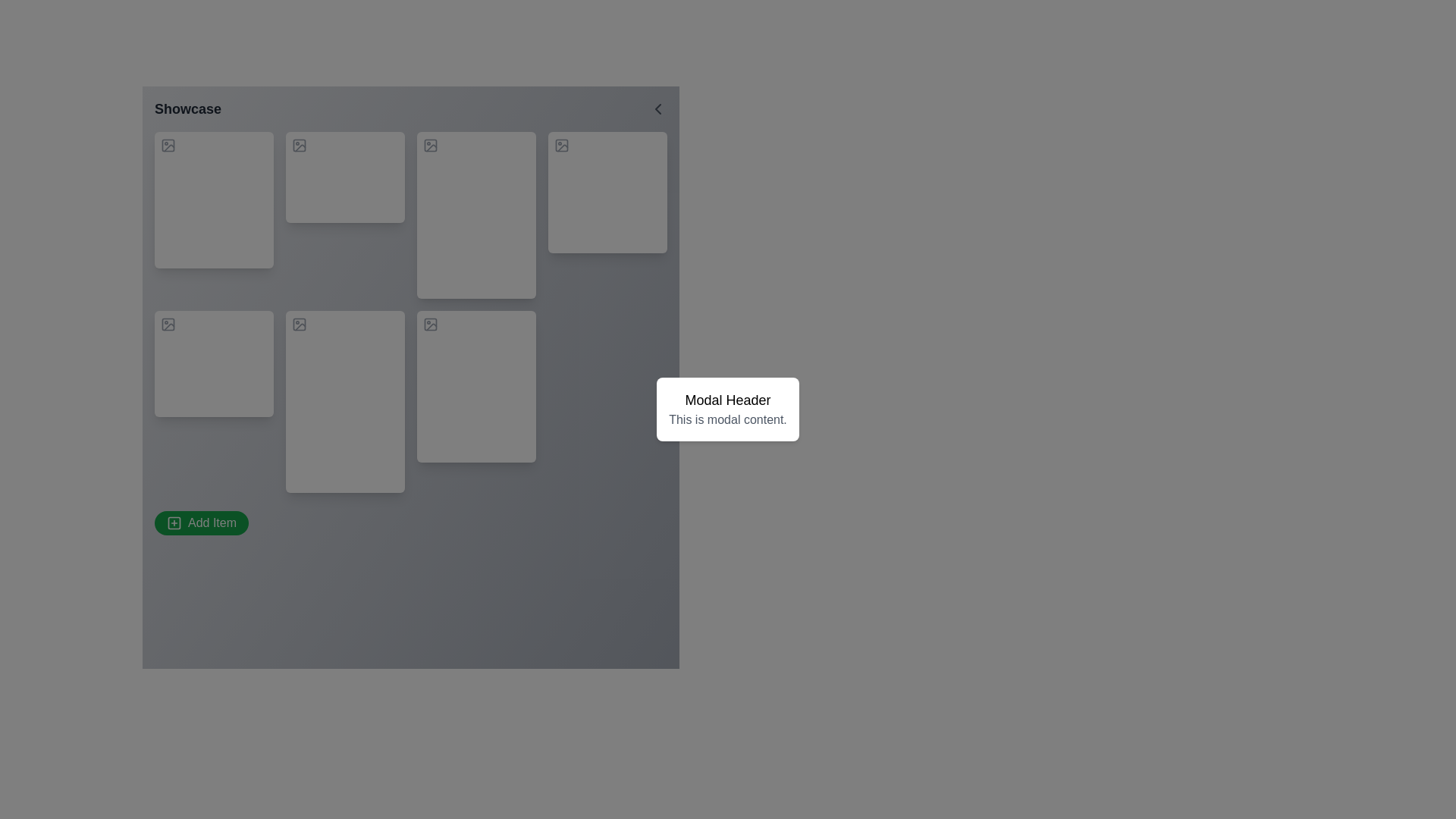 The image size is (1456, 819). What do you see at coordinates (168, 146) in the screenshot?
I see `the small square icon with rounded corners located at the top-left corner of the primary card in the interface` at bounding box center [168, 146].